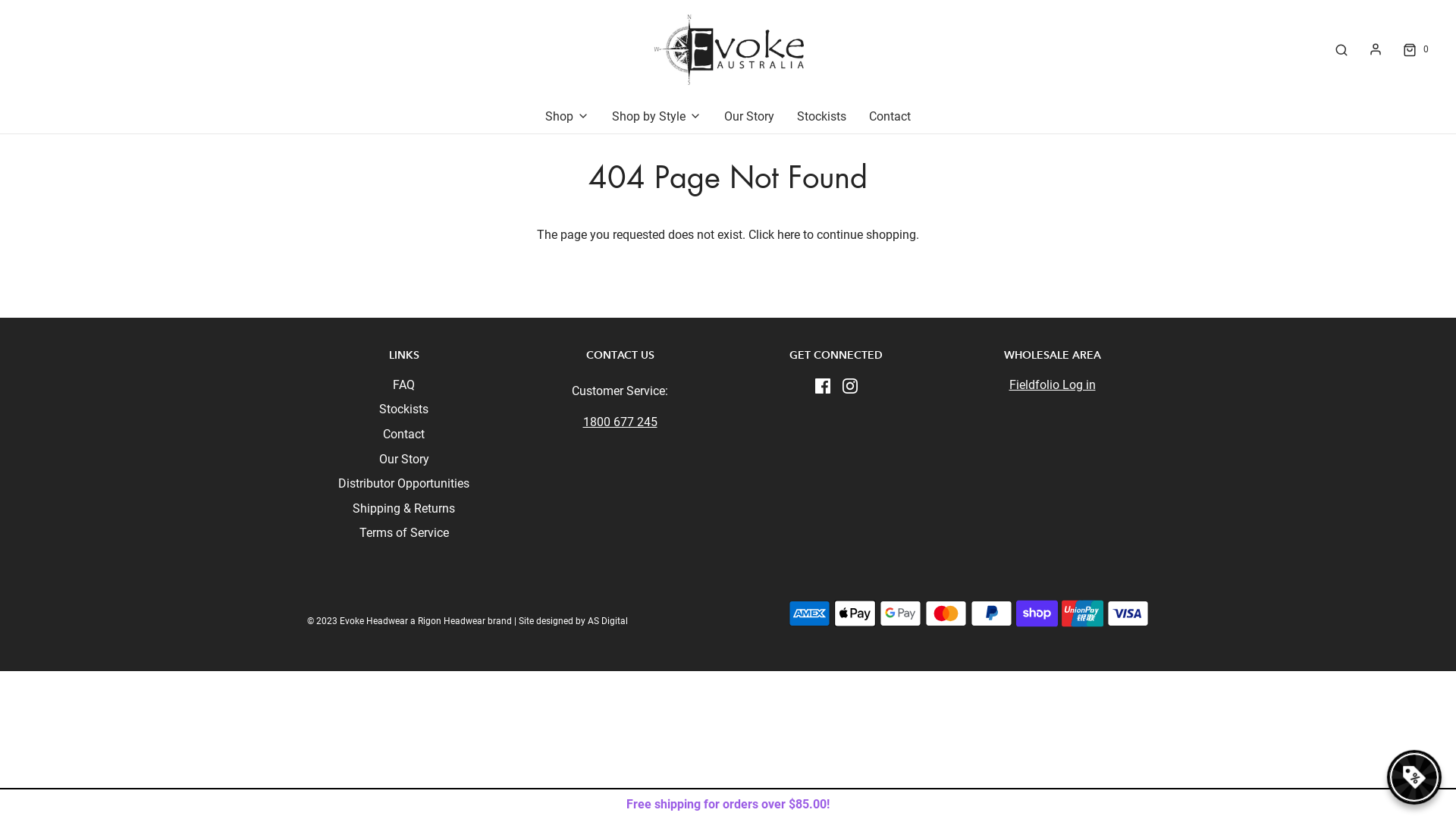 This screenshot has height=819, width=1456. I want to click on 'Our Story', so click(749, 116).